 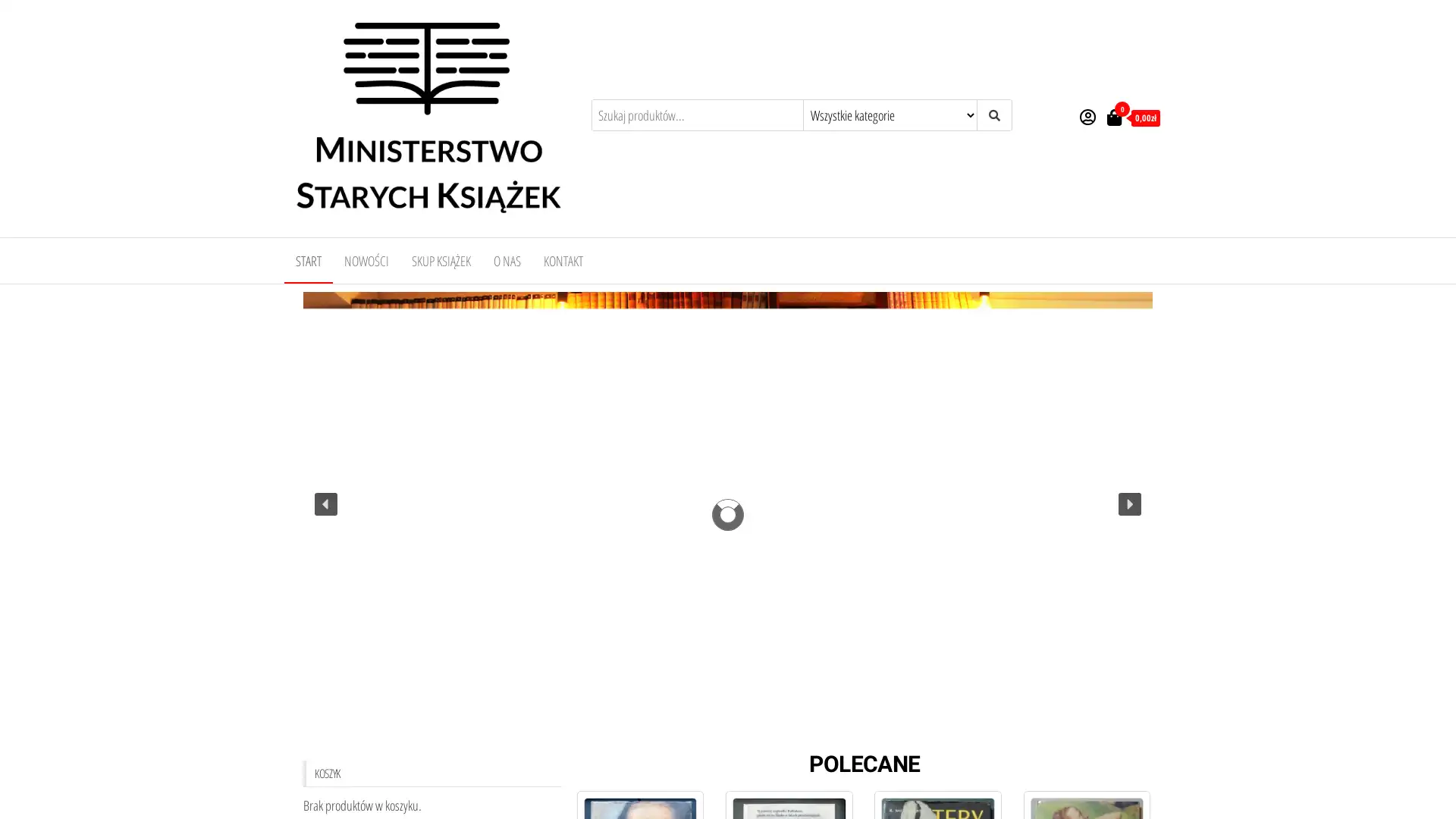 I want to click on previous arrow, so click(x=325, y=503).